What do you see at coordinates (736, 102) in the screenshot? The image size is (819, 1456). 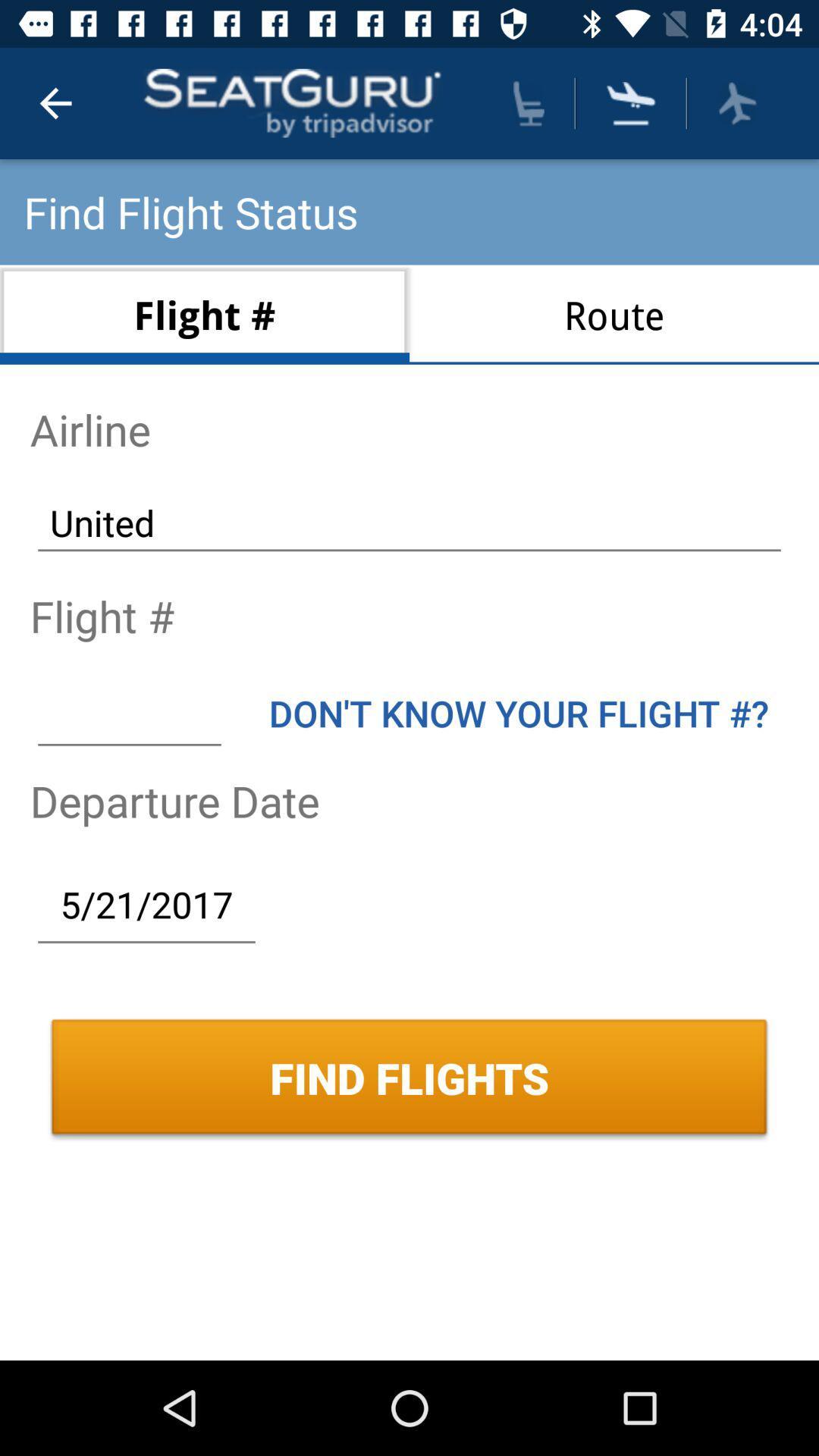 I see `flight status` at bounding box center [736, 102].